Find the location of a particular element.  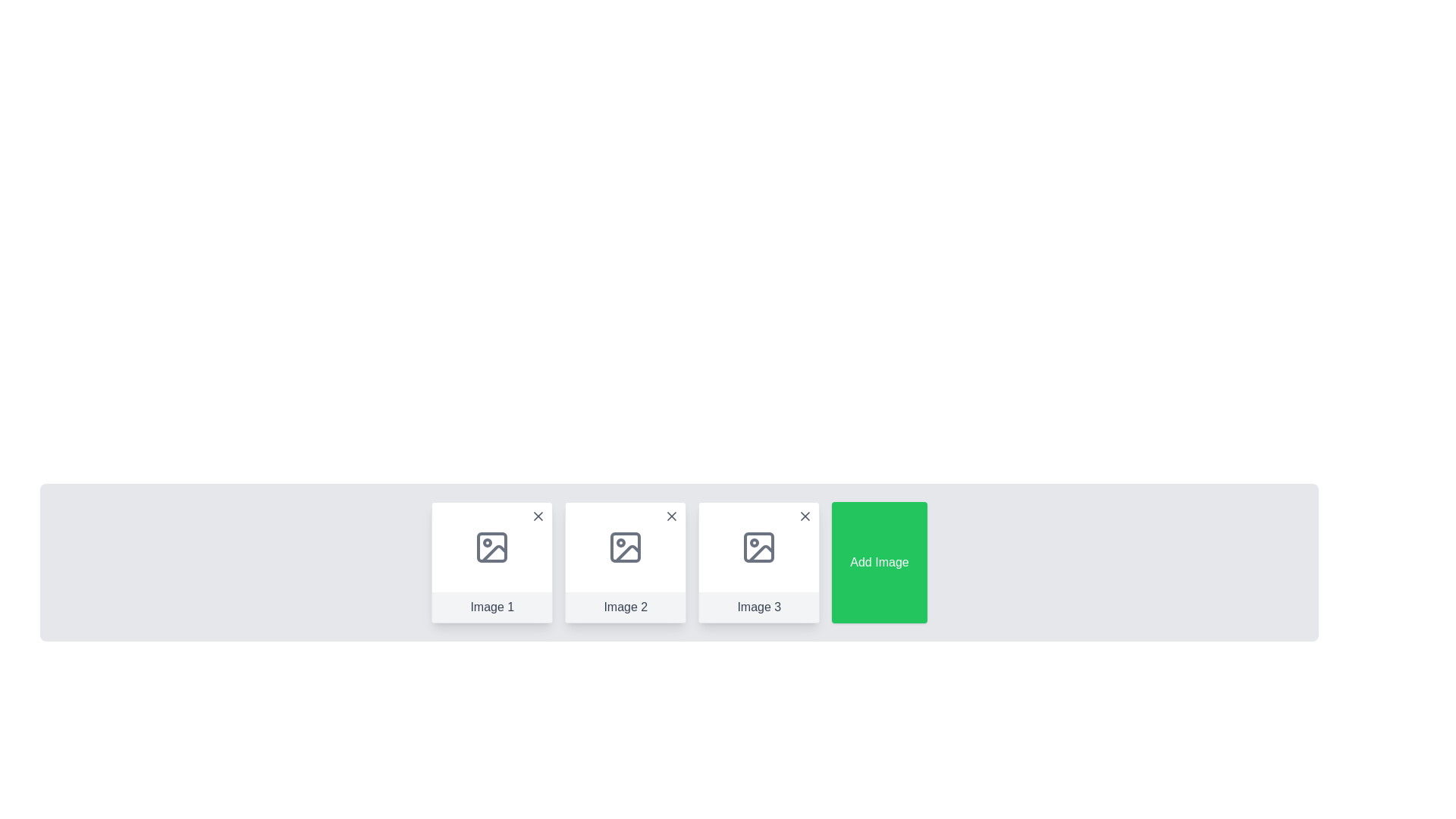

the Close icon (button) represented by an 'X' symbol in gray tones located at the top-right corner of the card labeled 'Image 2' is located at coordinates (671, 516).